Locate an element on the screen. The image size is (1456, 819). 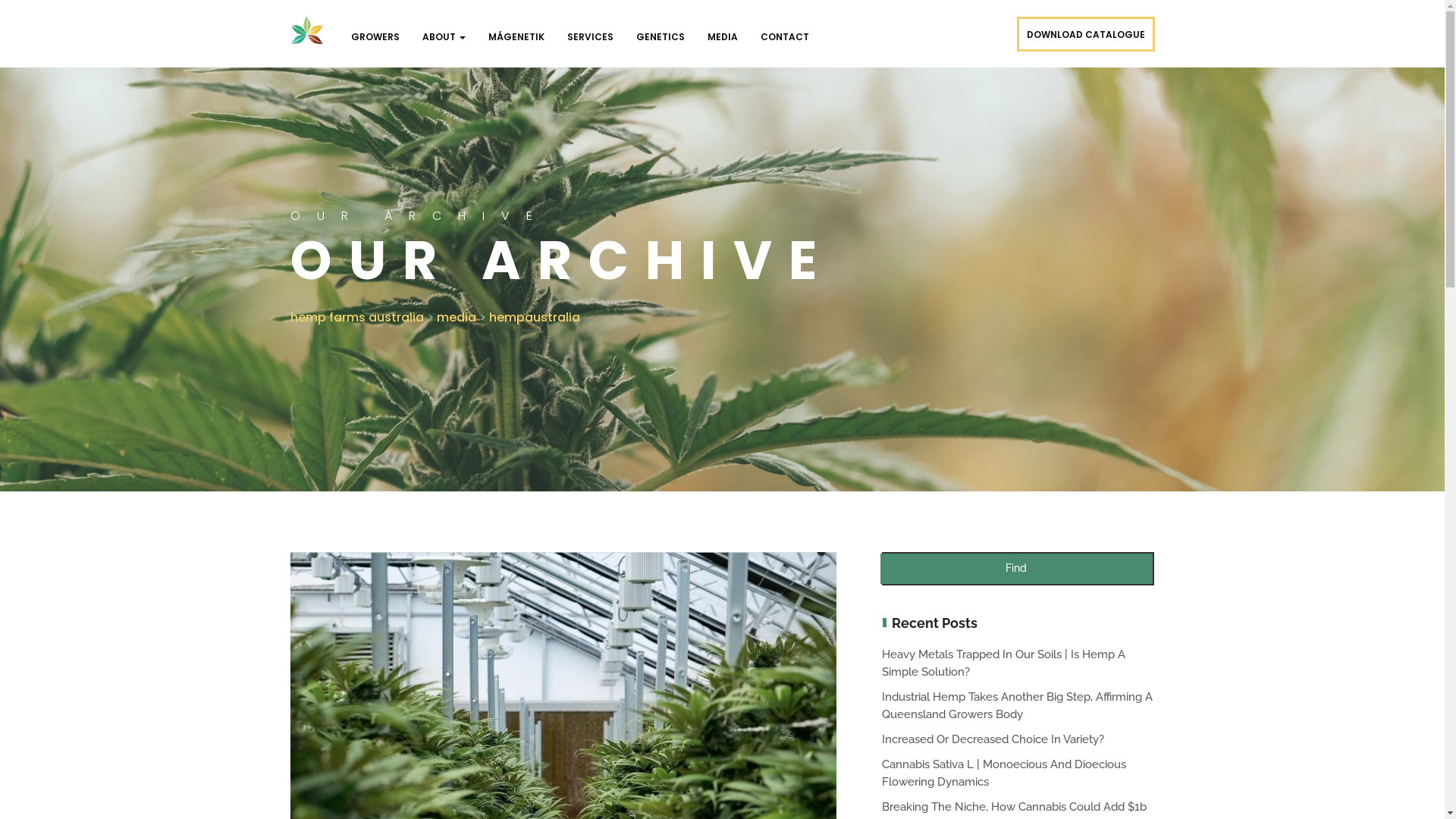
'ABOUT' is located at coordinates (443, 36).